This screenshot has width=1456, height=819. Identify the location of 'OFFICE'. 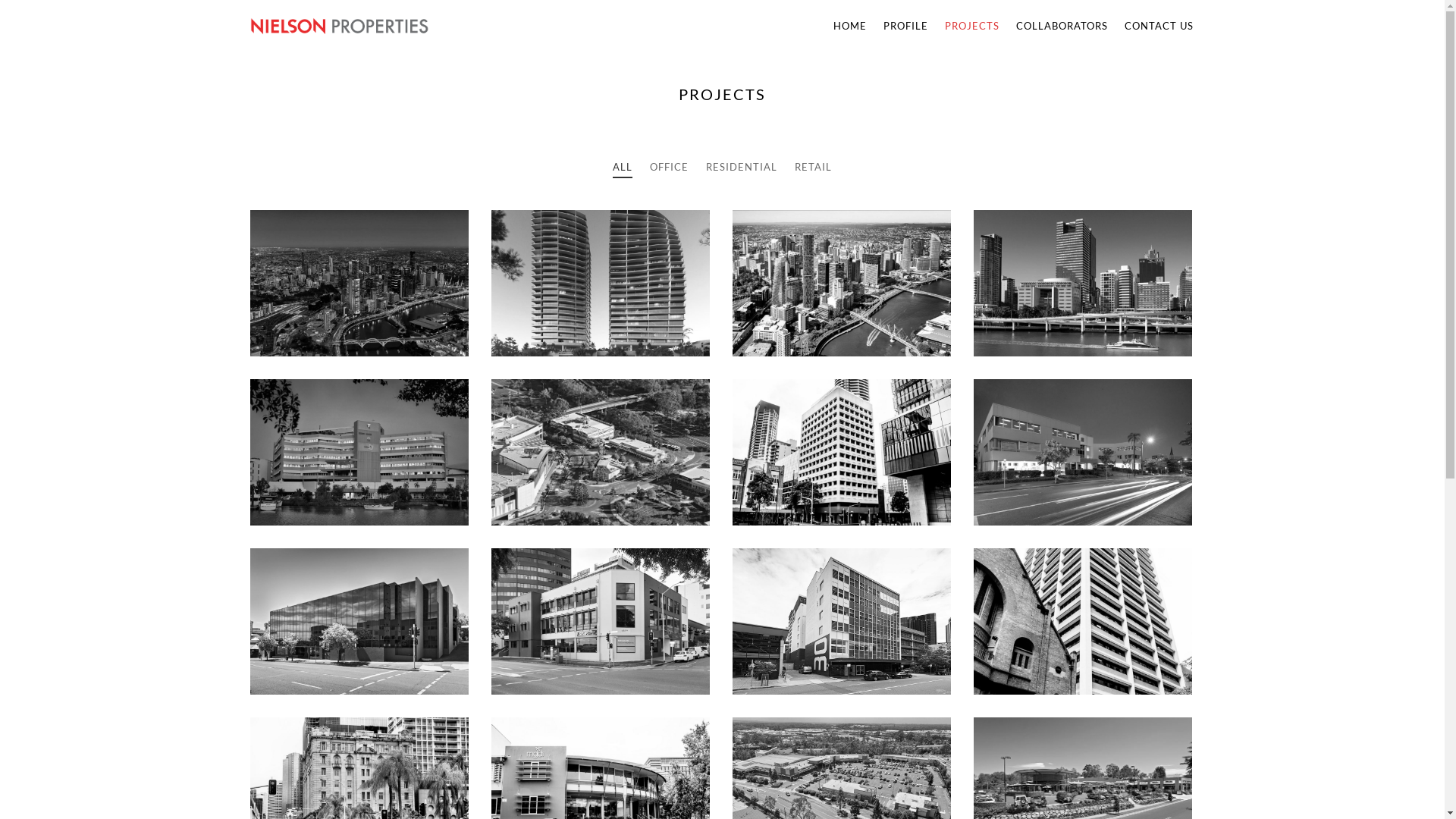
(668, 166).